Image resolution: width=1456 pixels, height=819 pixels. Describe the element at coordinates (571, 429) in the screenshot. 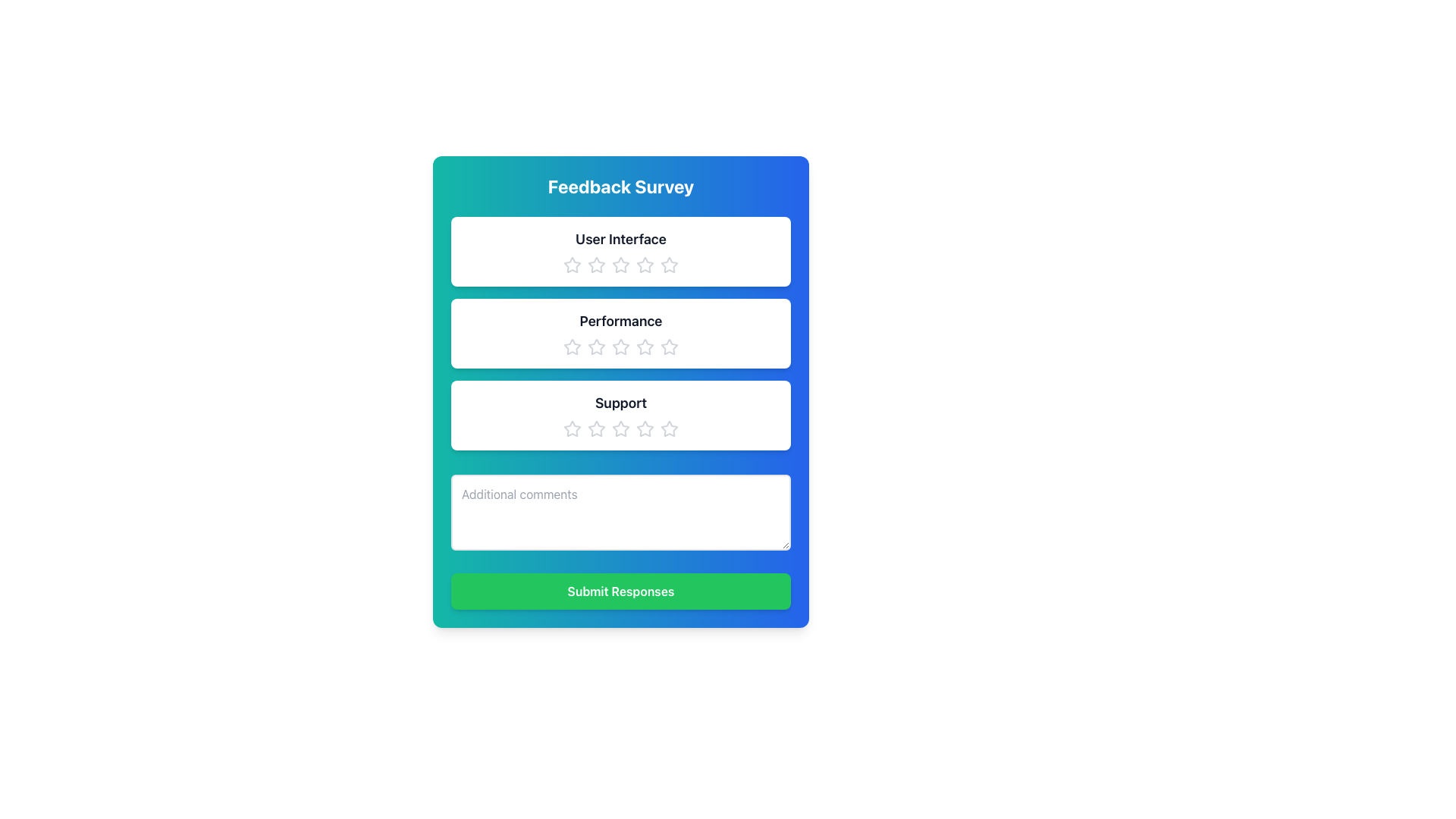

I see `the second star icon from the left in the horizontal row of stars under the 'Support' label` at that location.